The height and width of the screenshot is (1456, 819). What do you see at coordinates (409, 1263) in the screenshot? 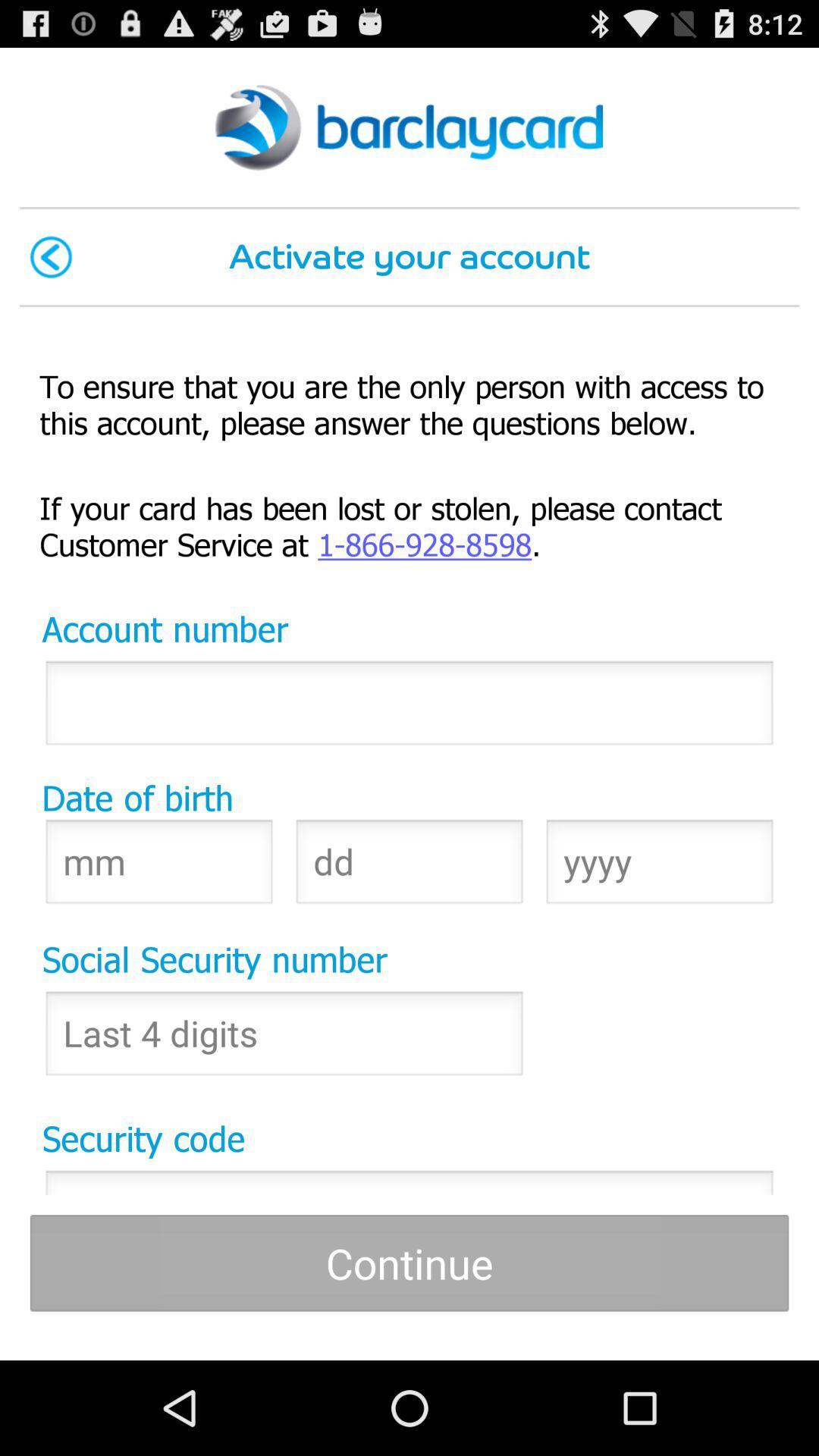
I see `the continue` at bounding box center [409, 1263].